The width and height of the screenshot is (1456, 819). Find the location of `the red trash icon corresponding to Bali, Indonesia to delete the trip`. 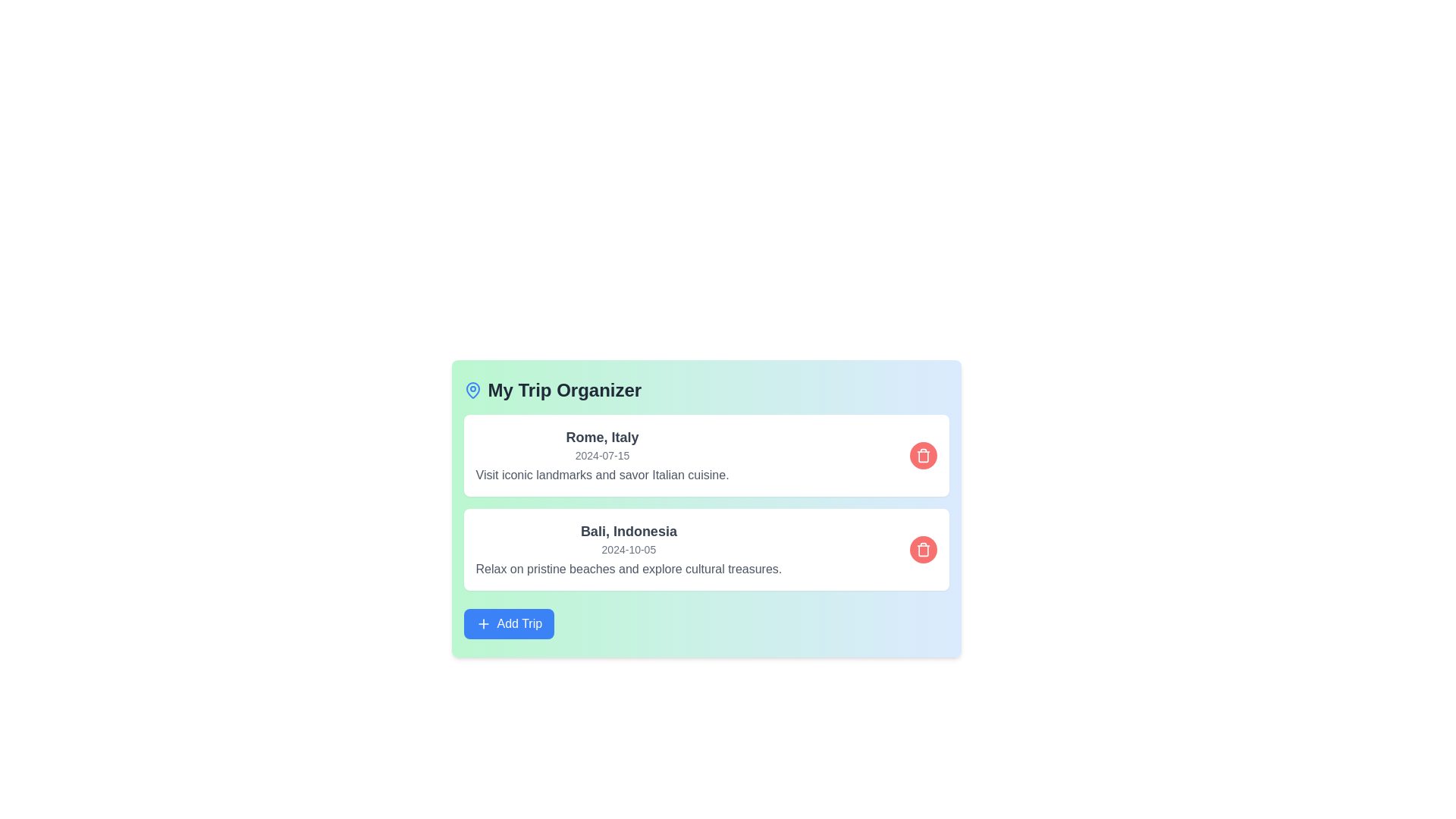

the red trash icon corresponding to Bali, Indonesia to delete the trip is located at coordinates (922, 550).